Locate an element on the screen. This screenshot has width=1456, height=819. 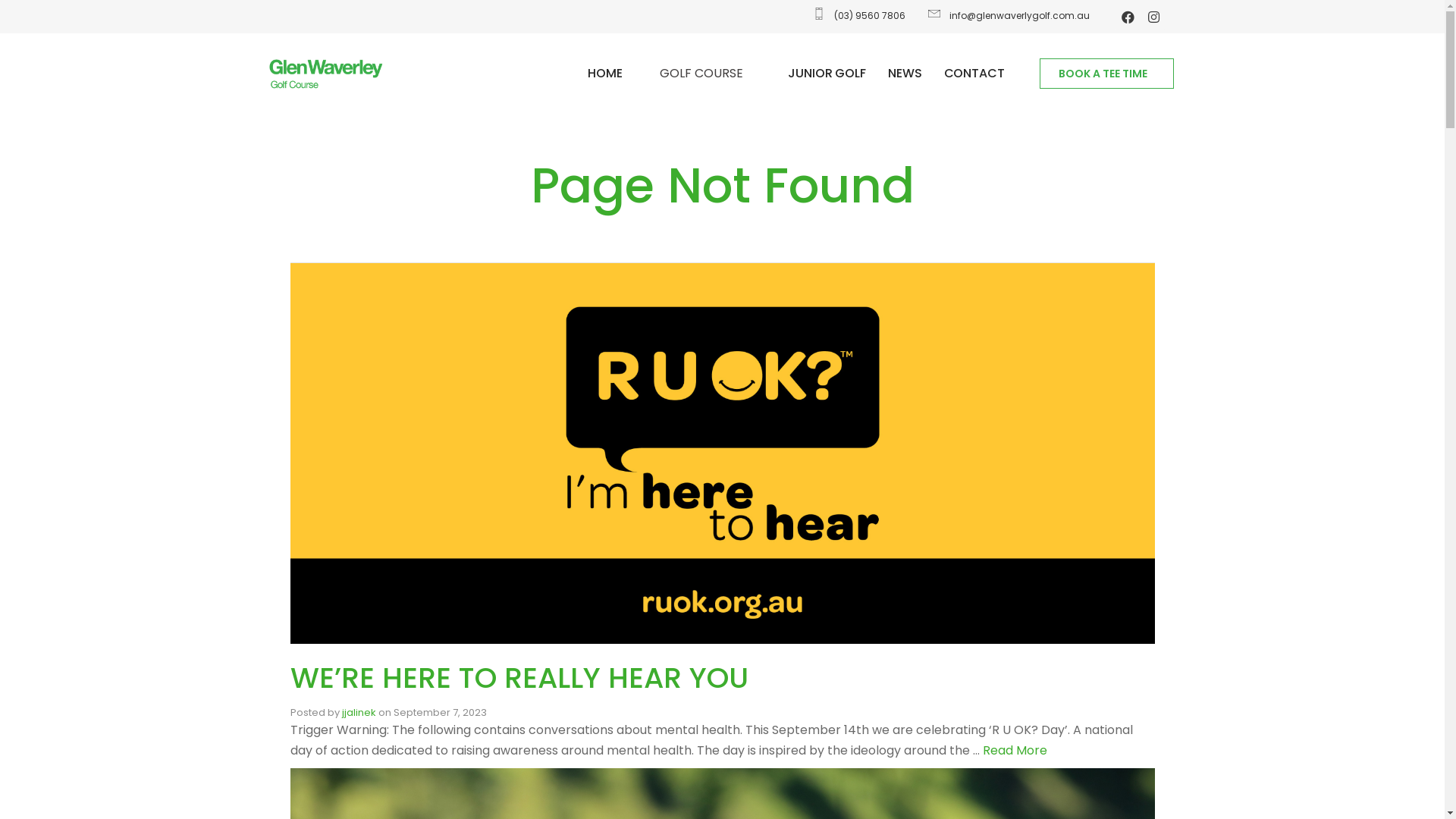
'JUNIOR GOLF' is located at coordinates (826, 73).